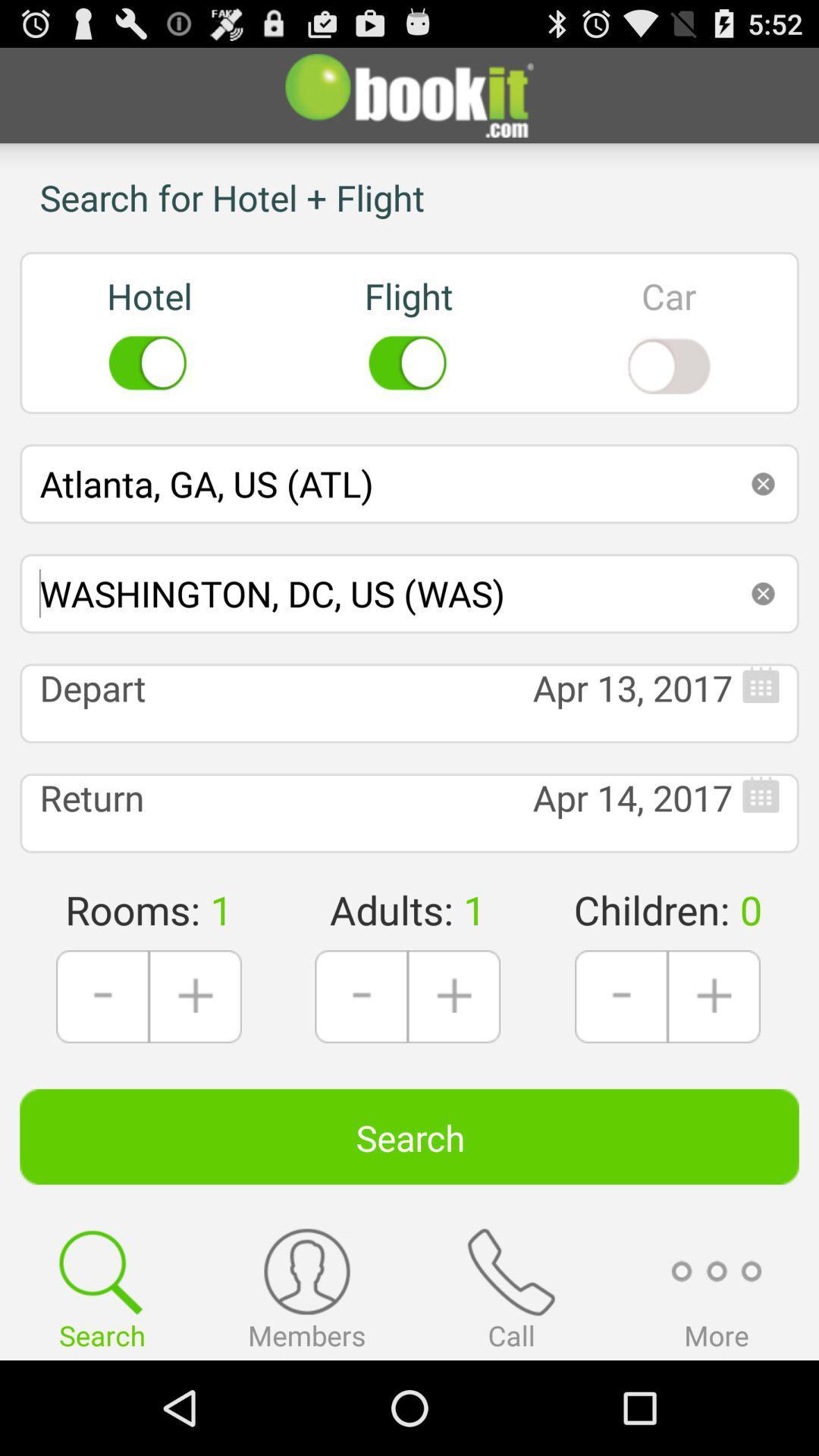  Describe the element at coordinates (621, 1065) in the screenshot. I see `the minus icon` at that location.